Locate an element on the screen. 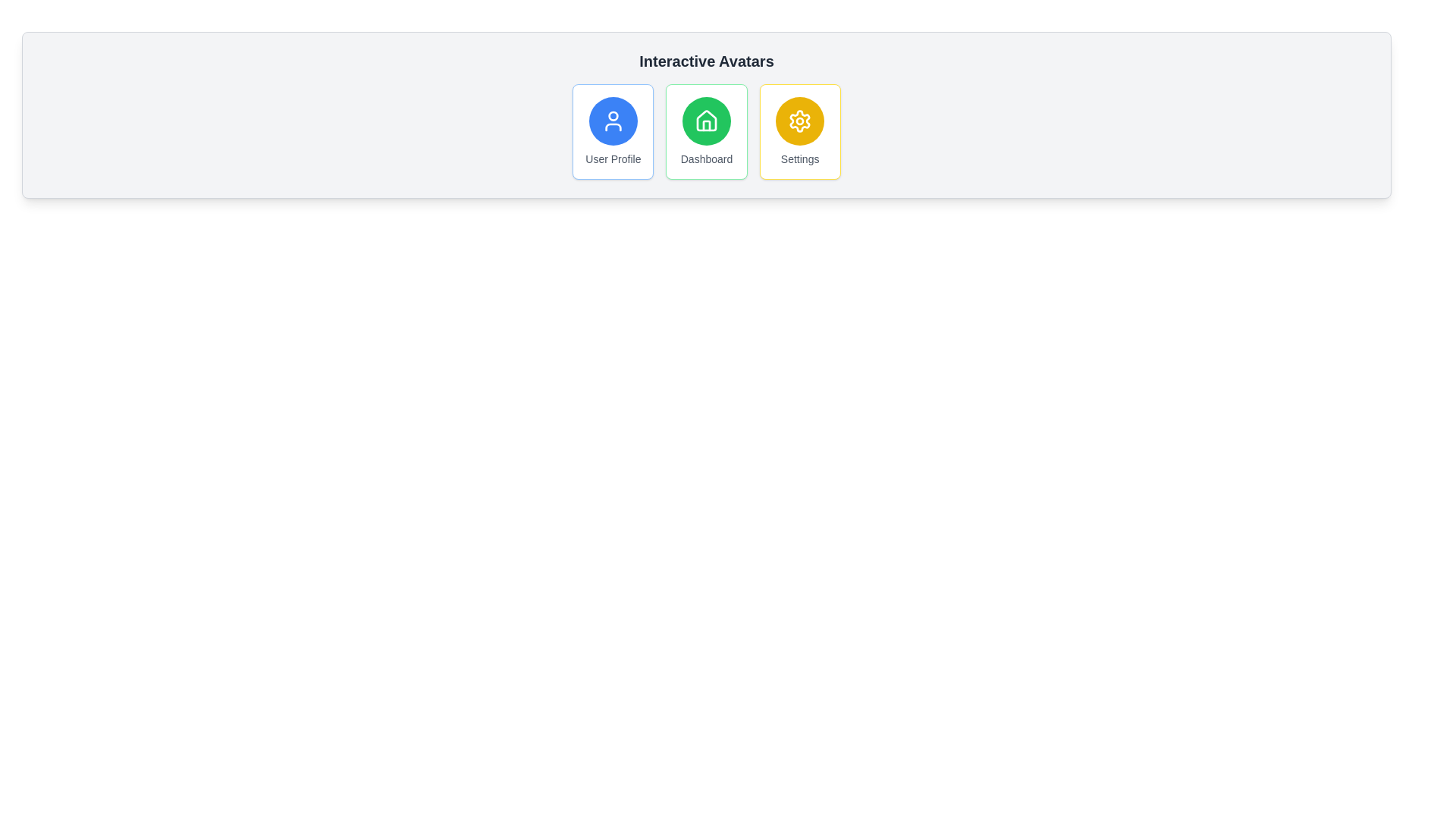 The width and height of the screenshot is (1456, 819). text from the Text label located at the bottom of the third interactive avatar panel on the far right, which serves as a caption for the 'Settings' icon above it is located at coordinates (799, 158).